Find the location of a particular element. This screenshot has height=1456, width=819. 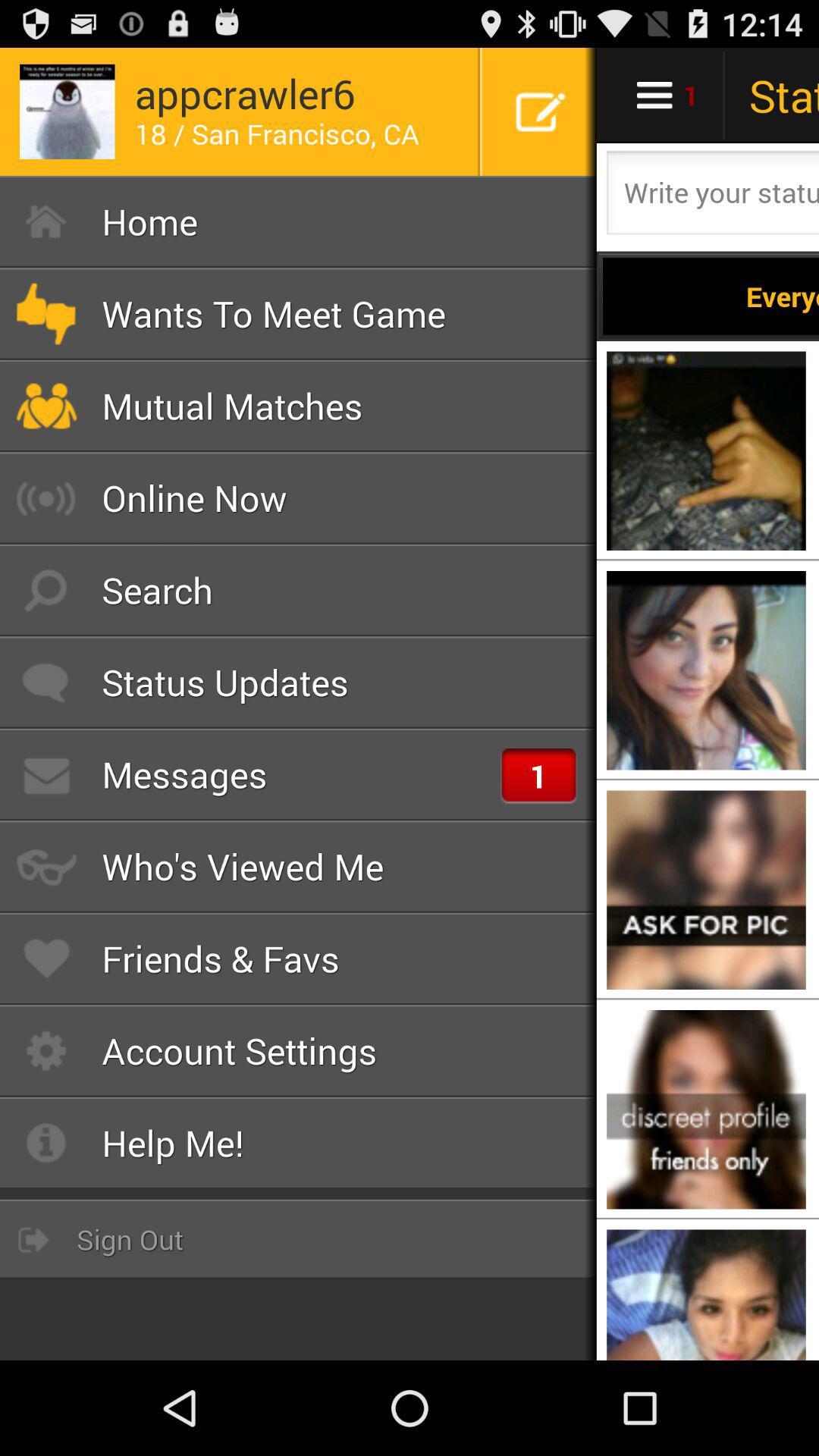

sign out button is located at coordinates (298, 1239).